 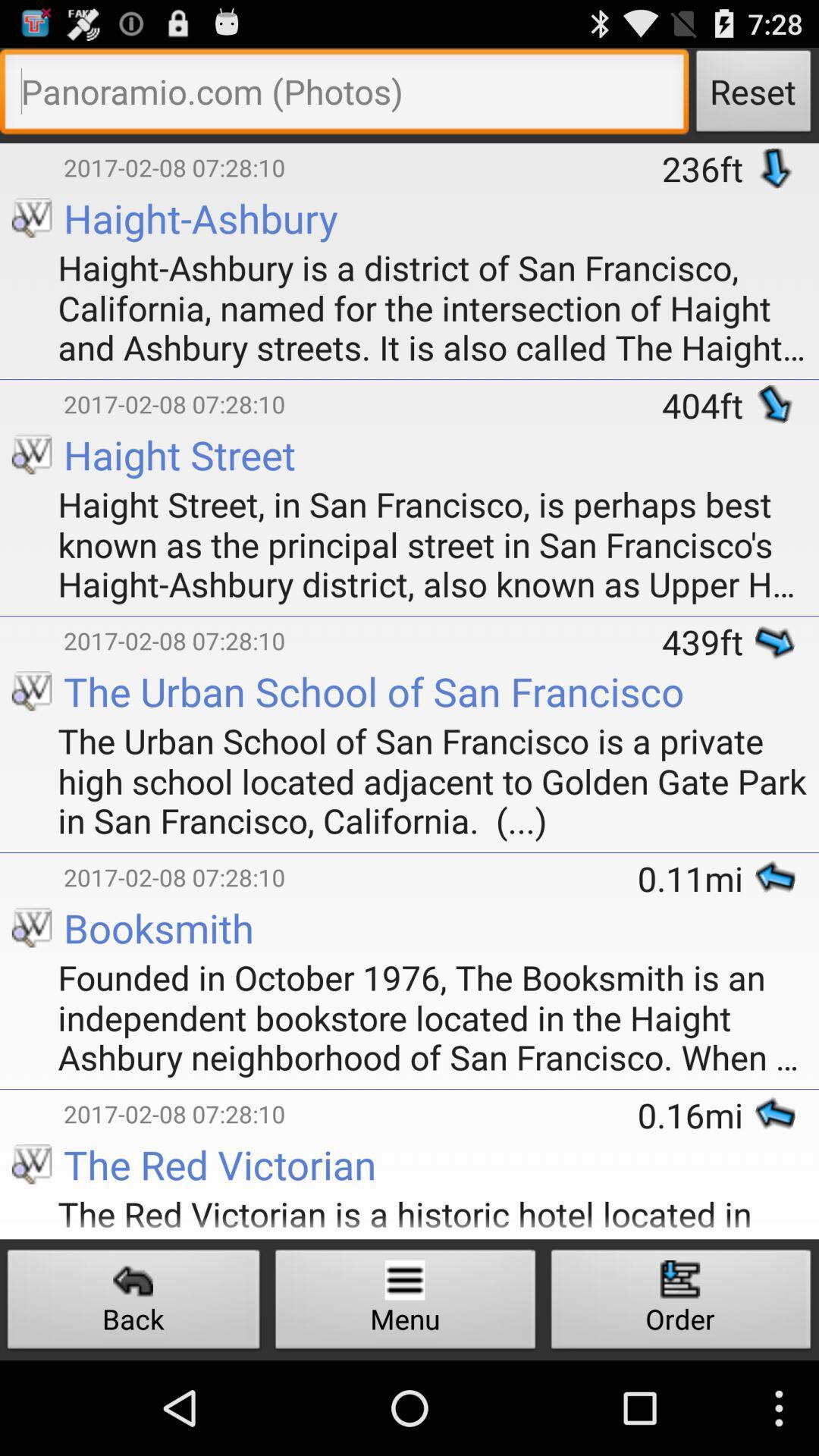 I want to click on the icon next to haight street in icon, so click(x=32, y=618).